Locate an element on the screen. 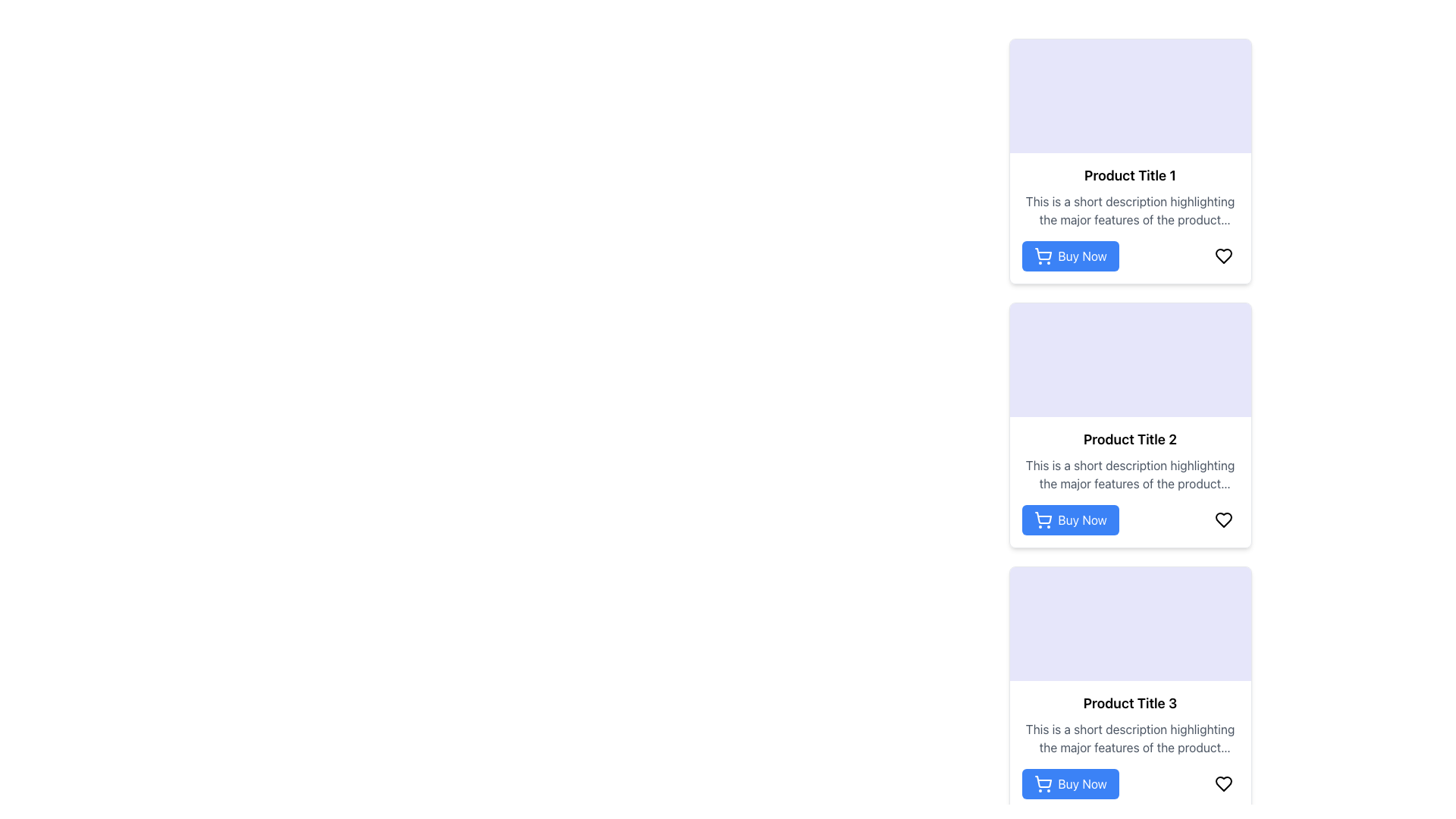 This screenshot has width=1456, height=819. the outlined heart icon located at the bottom-right corner of the 'Product Title 2' card is located at coordinates (1223, 519).